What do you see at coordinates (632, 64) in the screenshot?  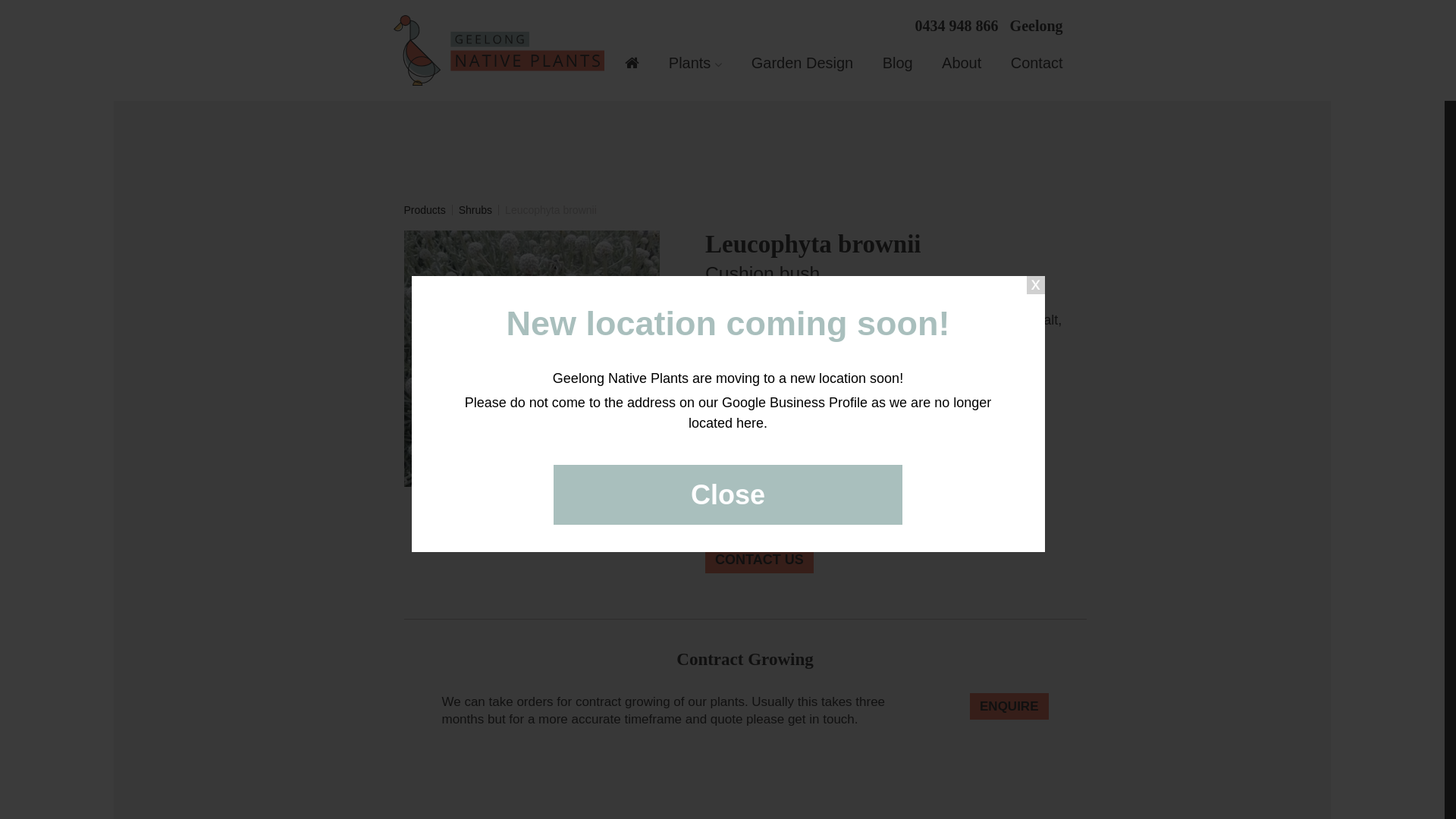 I see `'Home'` at bounding box center [632, 64].